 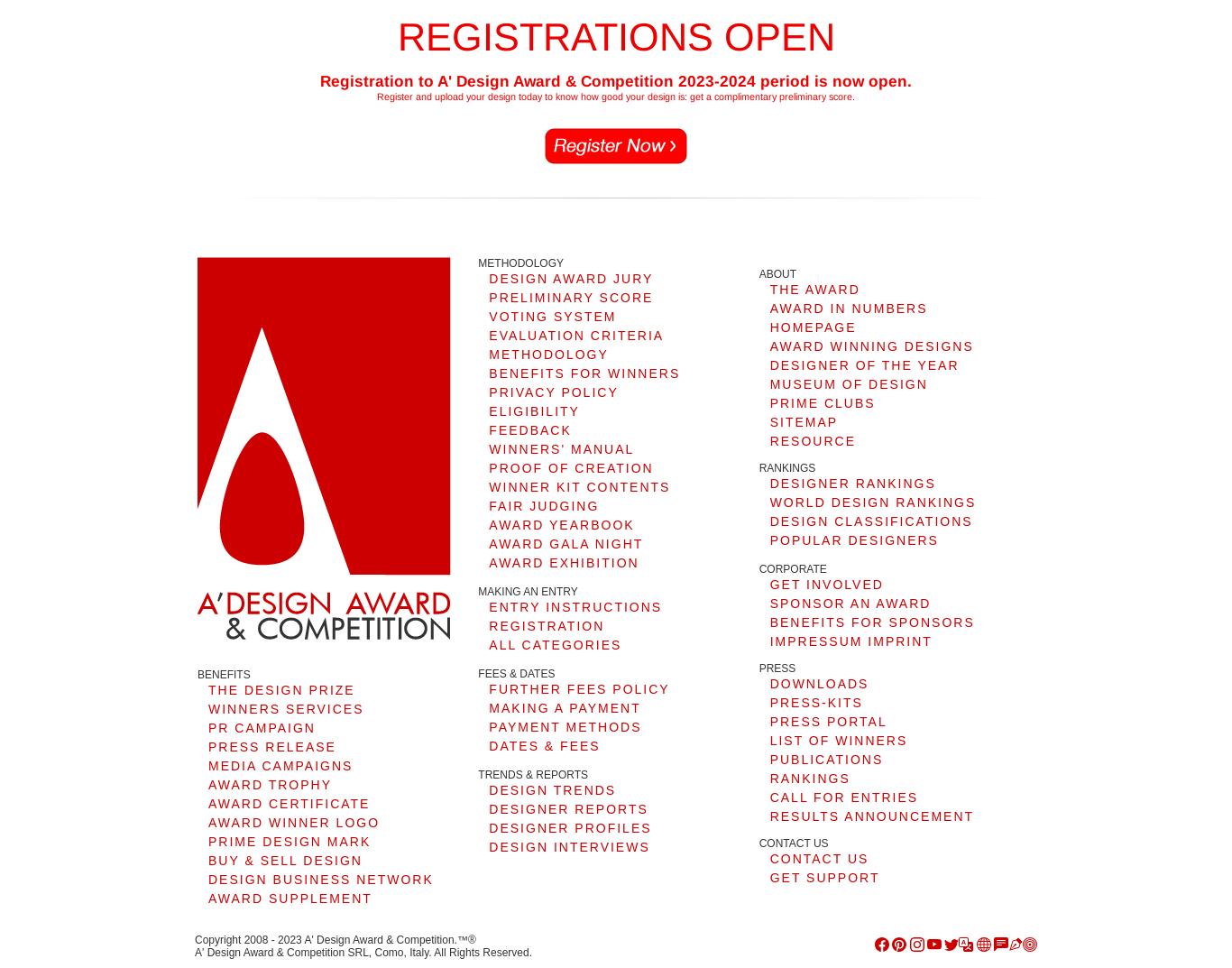 I want to click on 'AWARD SUPPLEMENT', so click(x=290, y=896).